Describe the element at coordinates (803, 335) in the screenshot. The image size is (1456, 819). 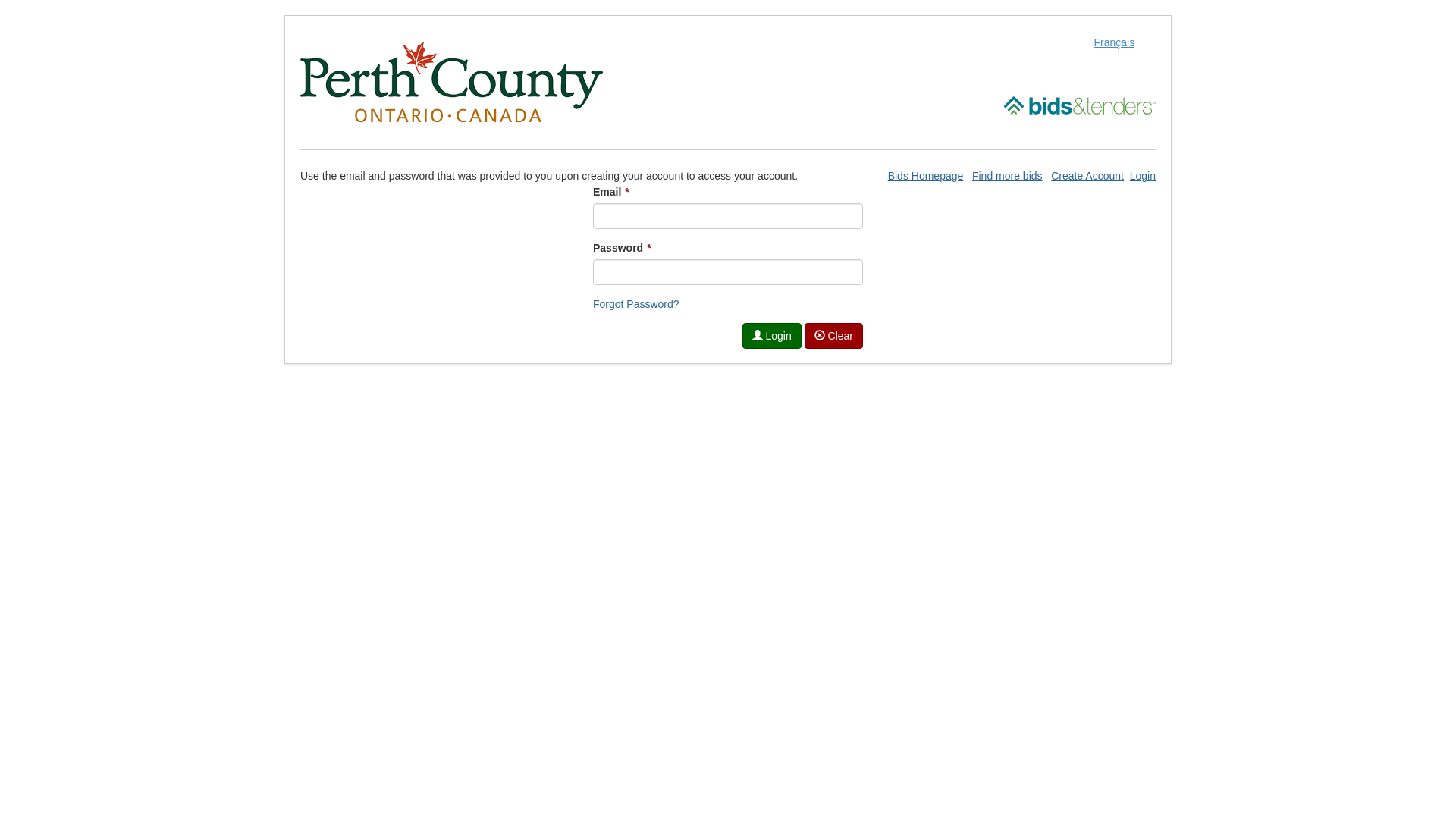
I see `' Clear'` at that location.